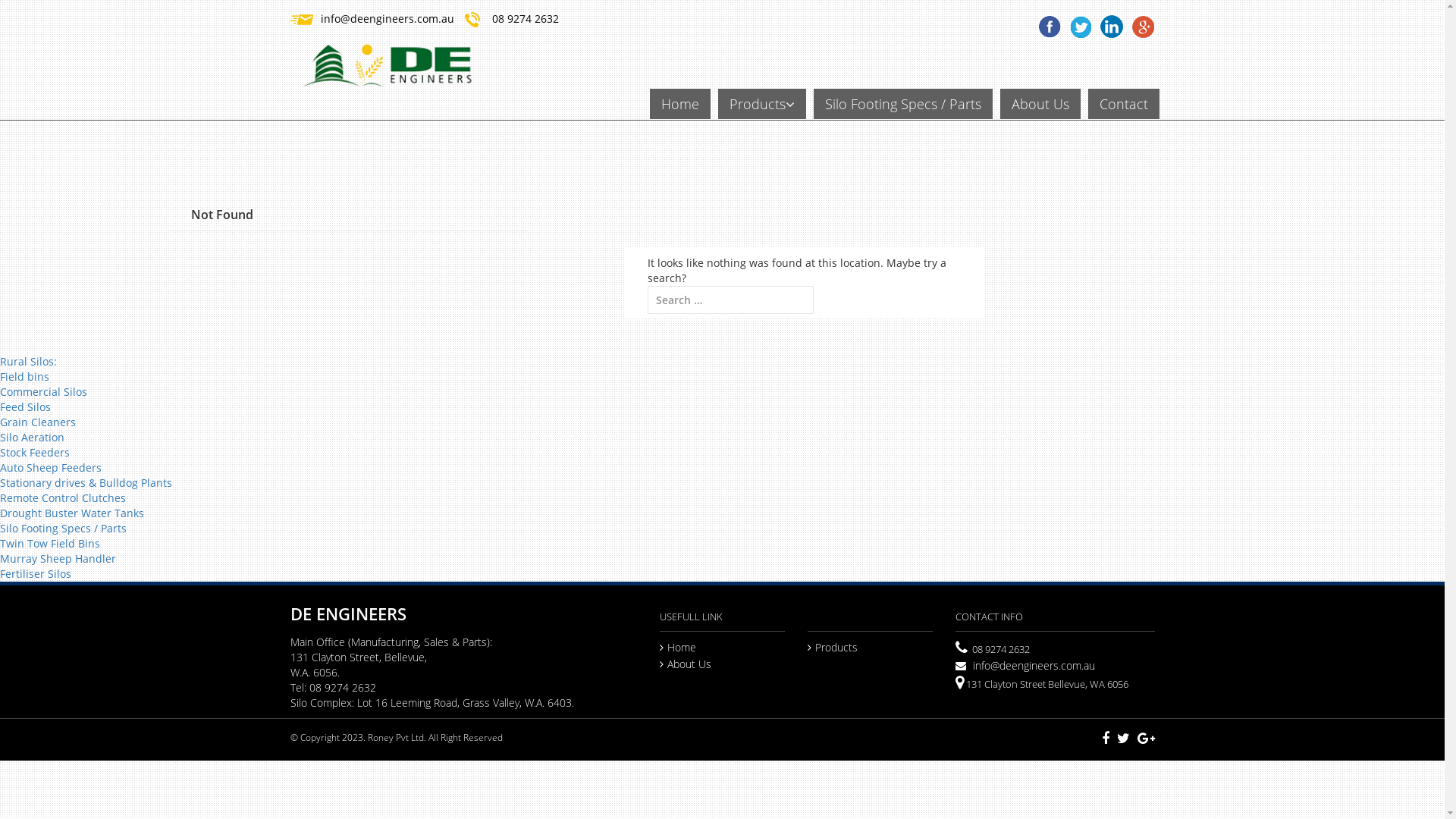  Describe the element at coordinates (0, 527) in the screenshot. I see `'Silo Footing Specs / Parts'` at that location.